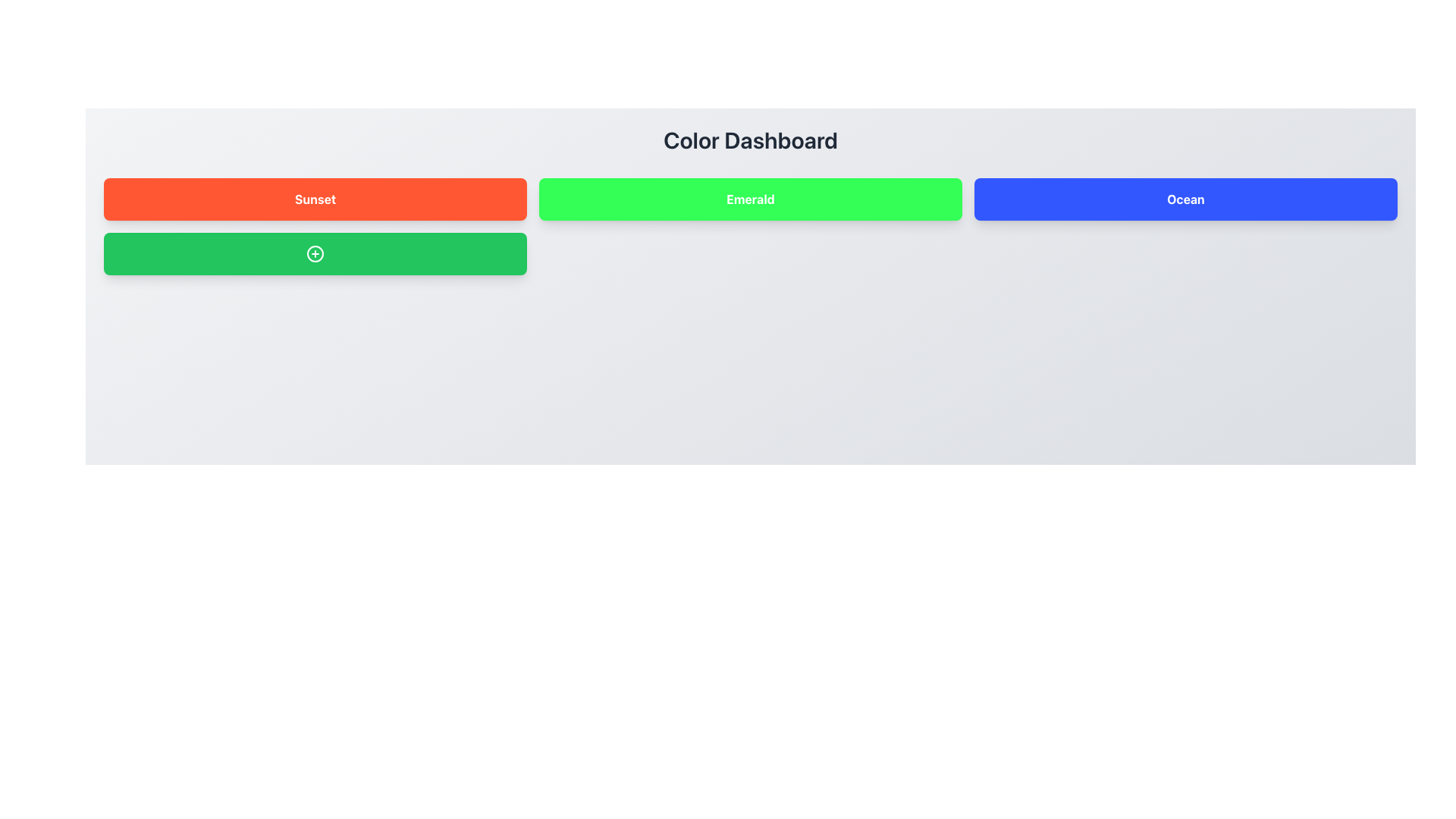 The height and width of the screenshot is (819, 1456). Describe the element at coordinates (315, 253) in the screenshot. I see `the green button located below the Sunset label section on the leftmost side of the grid` at that location.